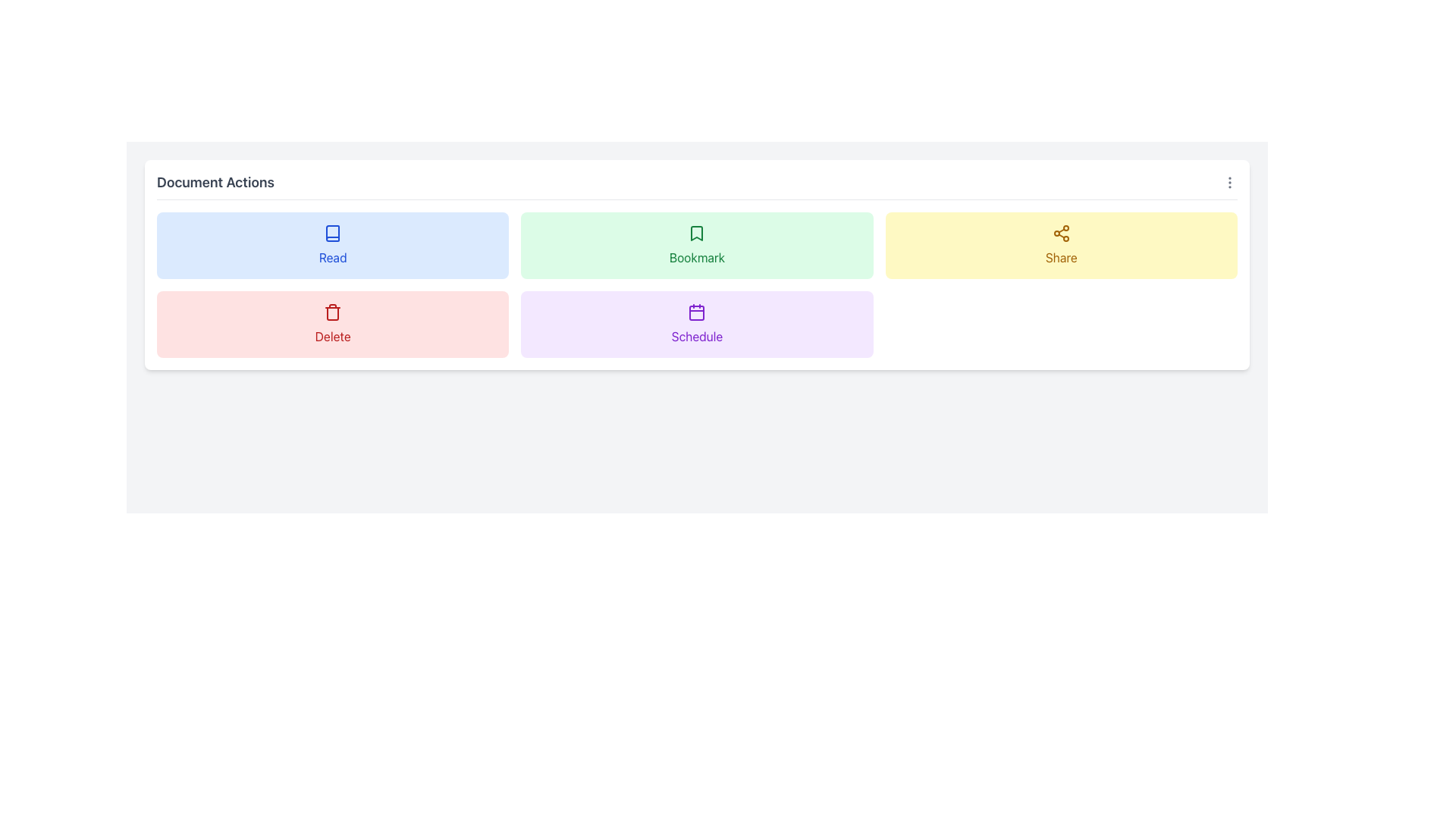  What do you see at coordinates (696, 245) in the screenshot?
I see `the light green 'Bookmark' button with a bookmark icon to bookmark` at bounding box center [696, 245].